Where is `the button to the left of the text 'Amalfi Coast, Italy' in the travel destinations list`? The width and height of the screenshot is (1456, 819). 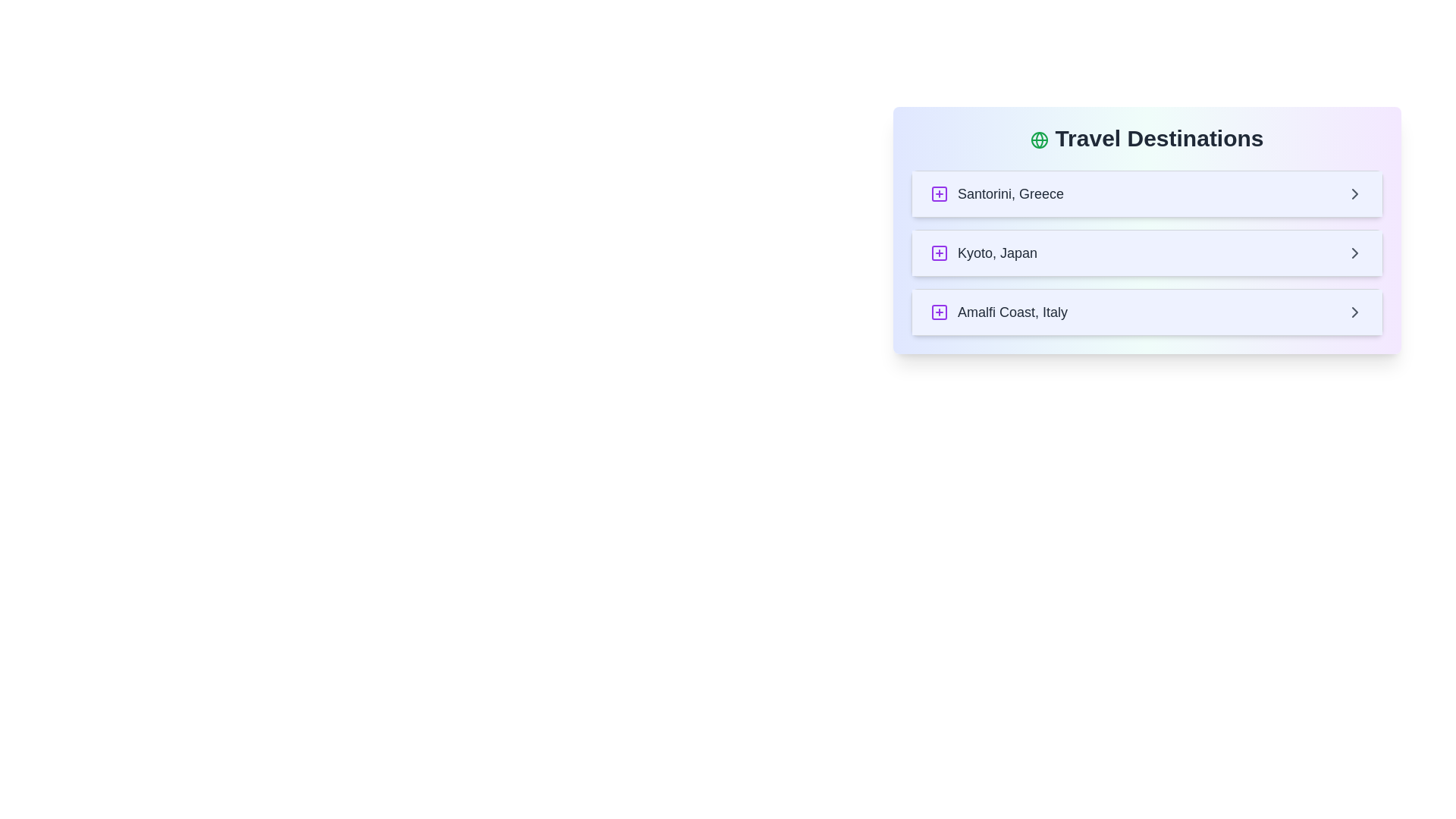
the button to the left of the text 'Amalfi Coast, Italy' in the travel destinations list is located at coordinates (938, 312).